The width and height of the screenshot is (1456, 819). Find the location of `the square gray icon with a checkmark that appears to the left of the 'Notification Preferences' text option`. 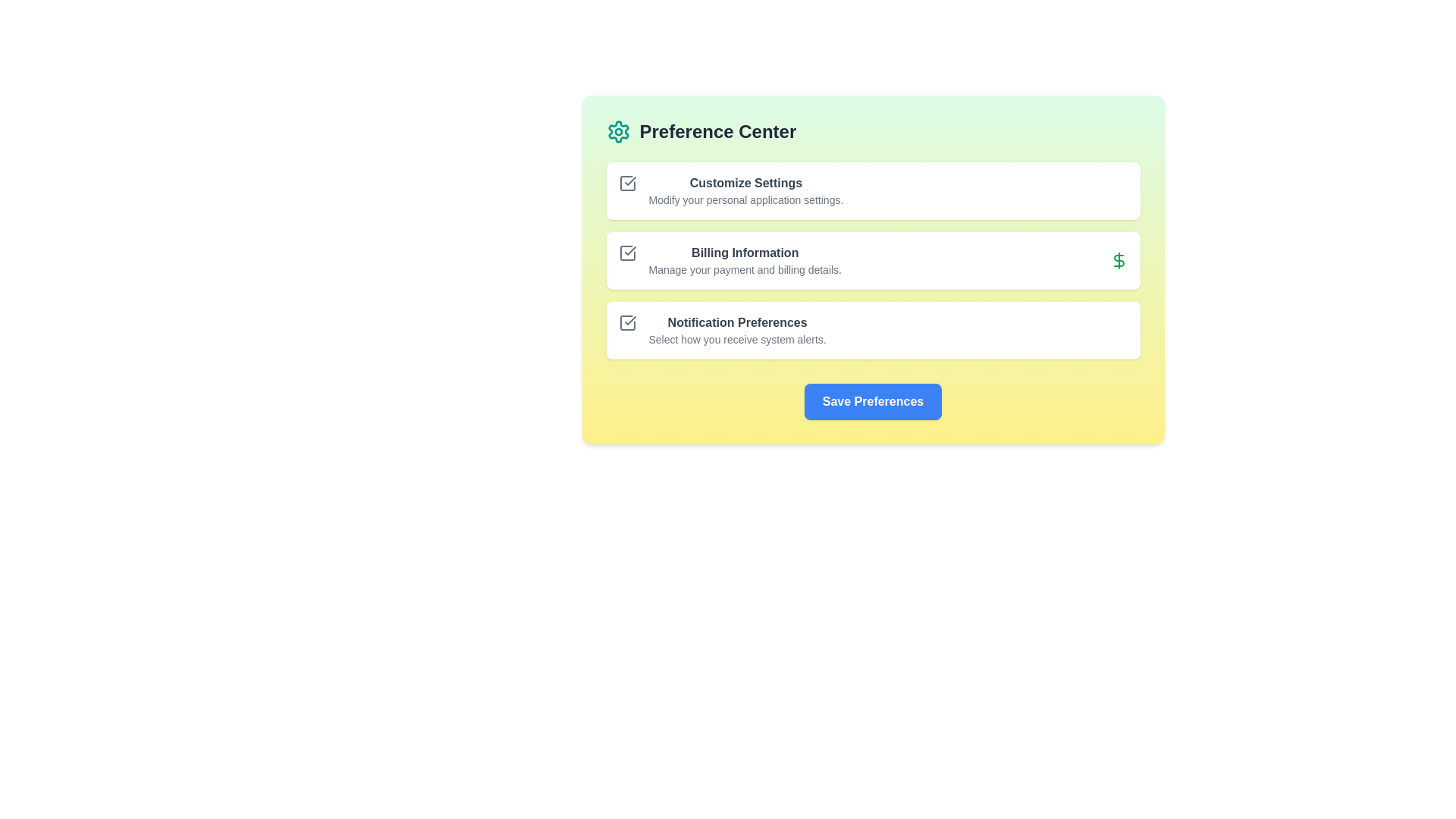

the square gray icon with a checkmark that appears to the left of the 'Notification Preferences' text option is located at coordinates (627, 322).